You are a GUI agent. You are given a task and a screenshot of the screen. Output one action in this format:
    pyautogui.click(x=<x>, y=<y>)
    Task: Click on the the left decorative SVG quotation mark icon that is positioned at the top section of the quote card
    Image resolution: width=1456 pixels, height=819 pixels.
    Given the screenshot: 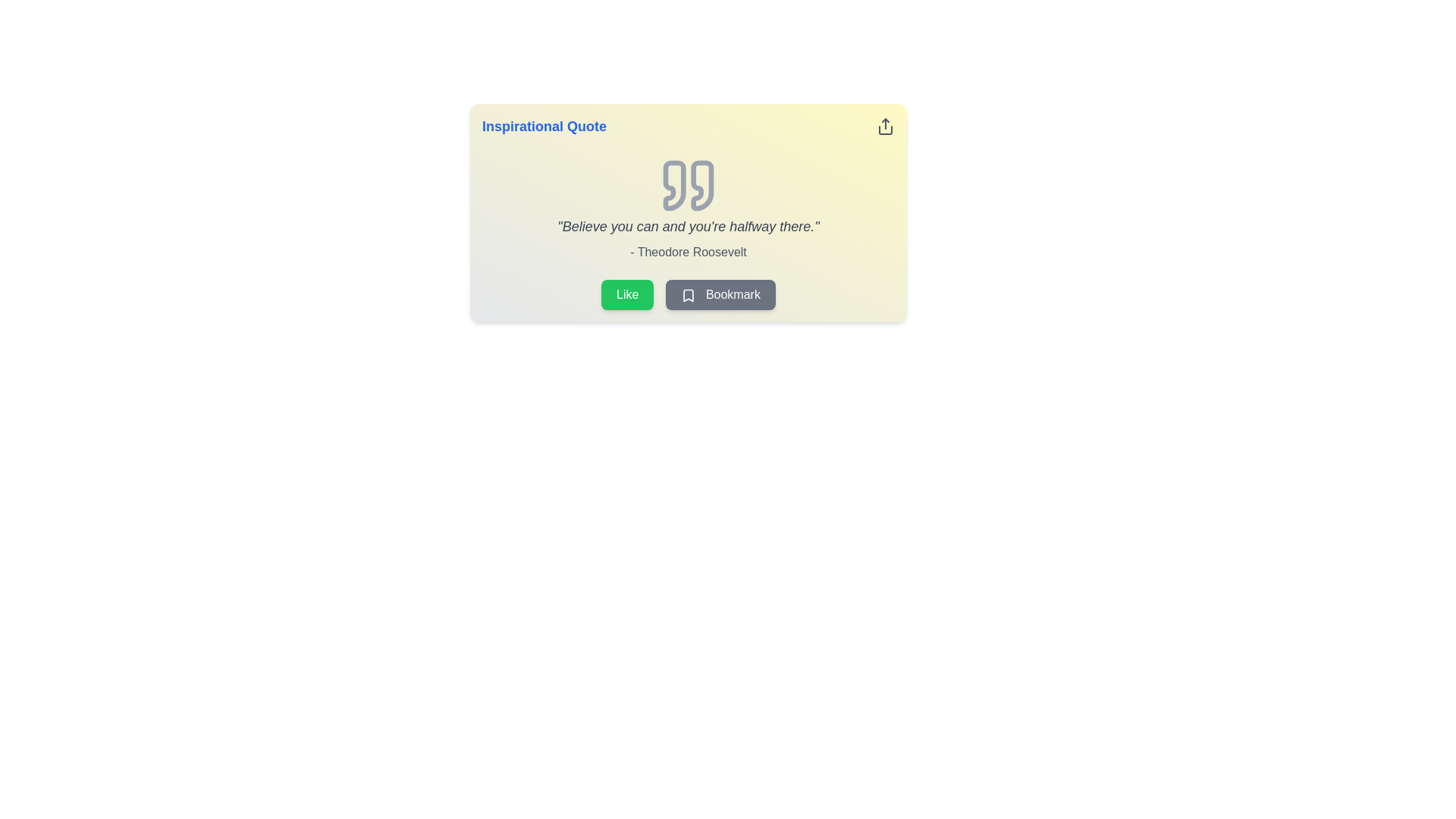 What is the action you would take?
    pyautogui.click(x=673, y=185)
    